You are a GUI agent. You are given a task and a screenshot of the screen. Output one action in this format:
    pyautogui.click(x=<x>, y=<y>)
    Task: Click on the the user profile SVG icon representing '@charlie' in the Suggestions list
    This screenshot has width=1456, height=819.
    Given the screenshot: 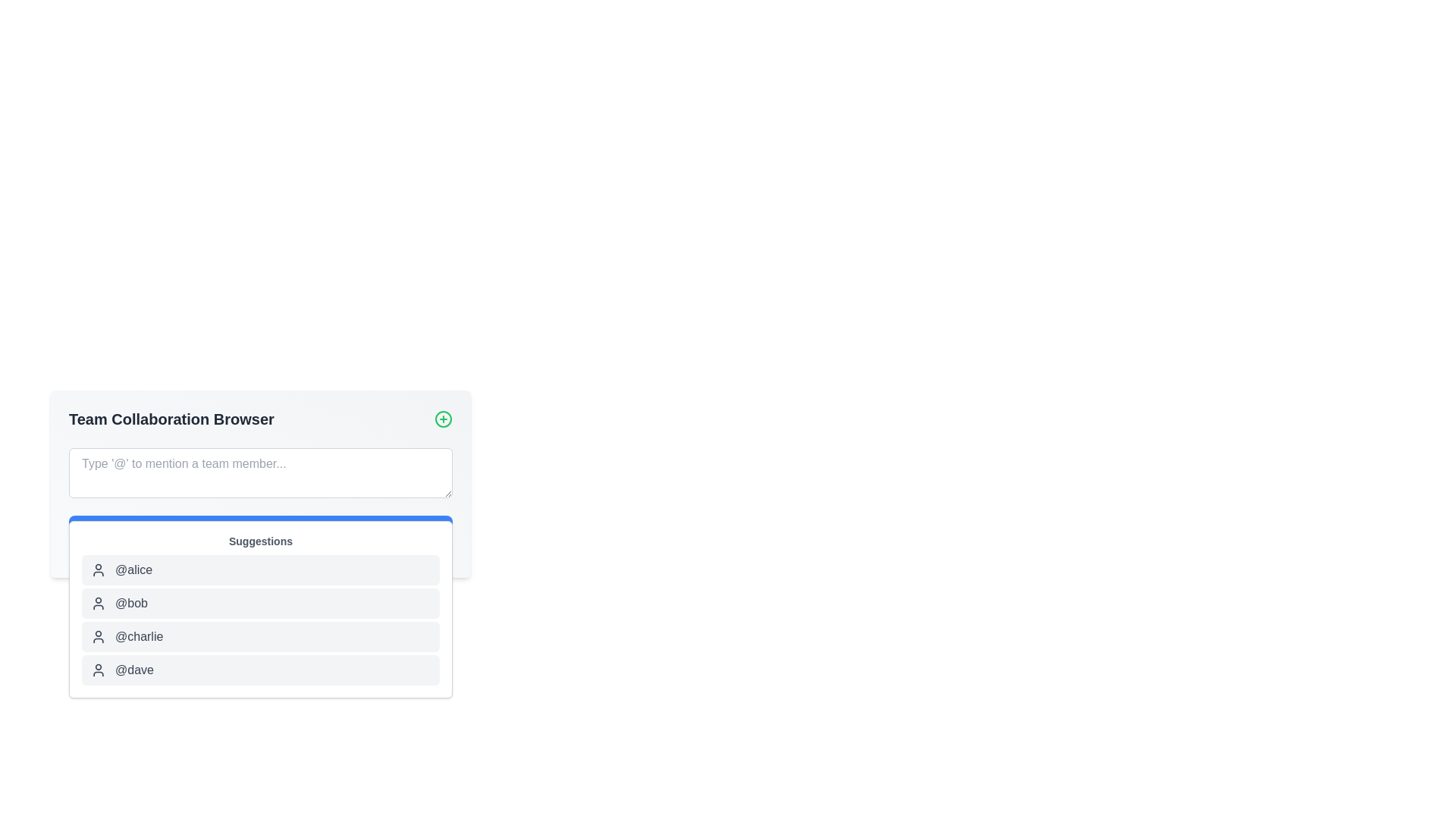 What is the action you would take?
    pyautogui.click(x=97, y=637)
    